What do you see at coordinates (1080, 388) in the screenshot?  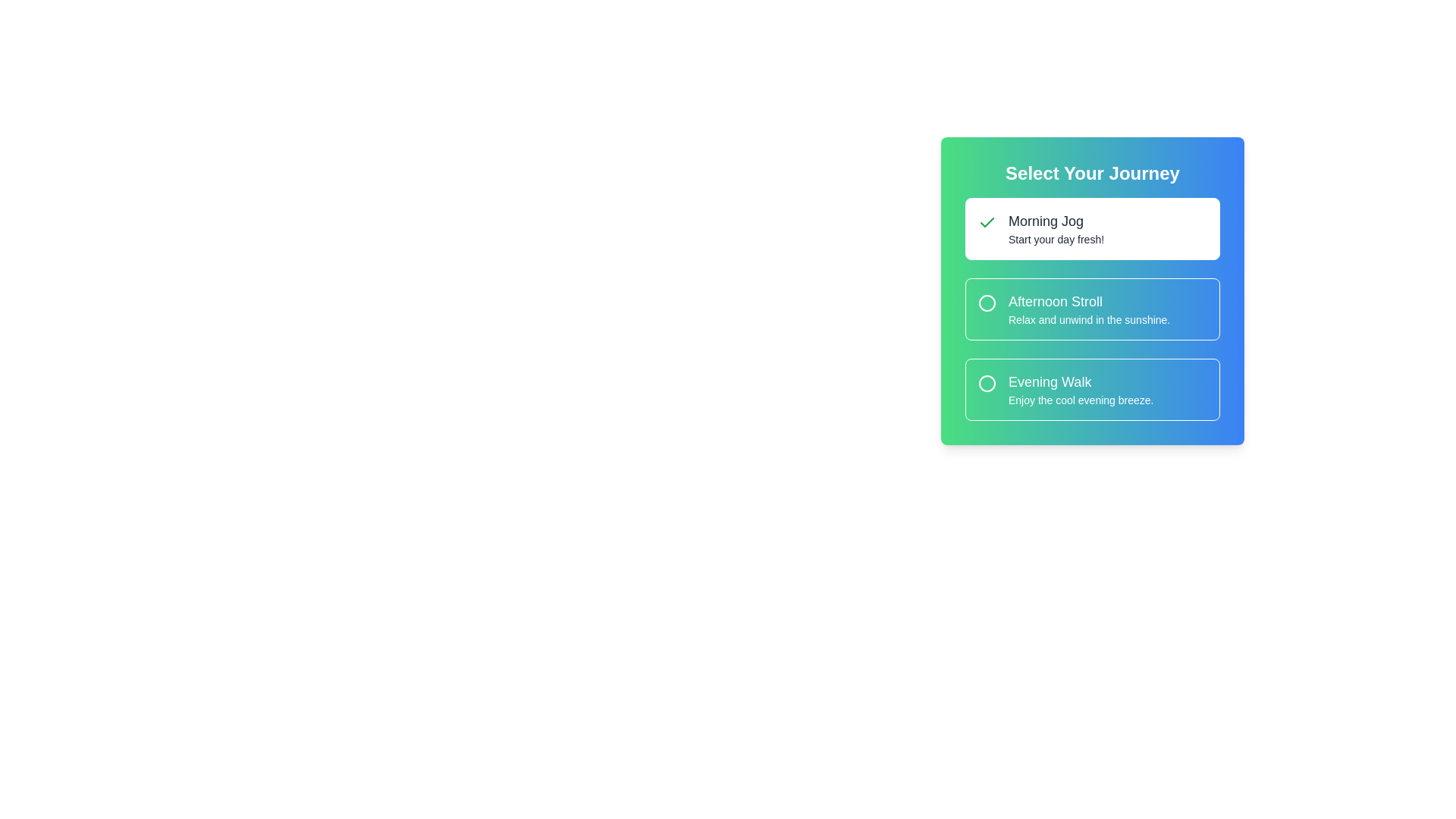 I see `the 'Evening Walk' text label, which describes an option in a vertically arranged list, located below 'Afternoon Stroll'` at bounding box center [1080, 388].